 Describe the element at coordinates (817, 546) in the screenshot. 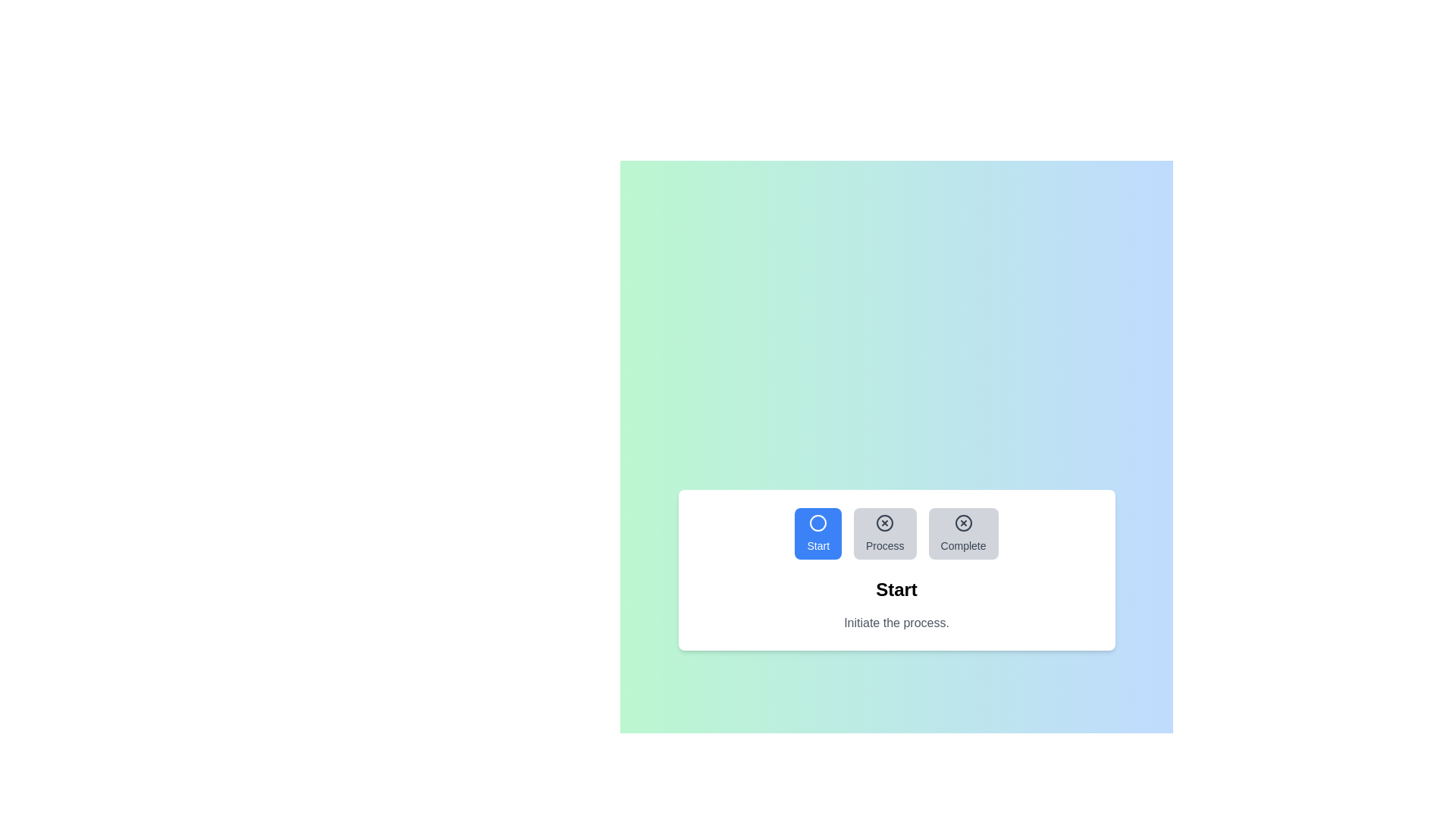

I see `the 'Start' text label which is centered at the bottom of the first blue button in a horizontal row of three buttons, indicating the initiation of a process` at that location.